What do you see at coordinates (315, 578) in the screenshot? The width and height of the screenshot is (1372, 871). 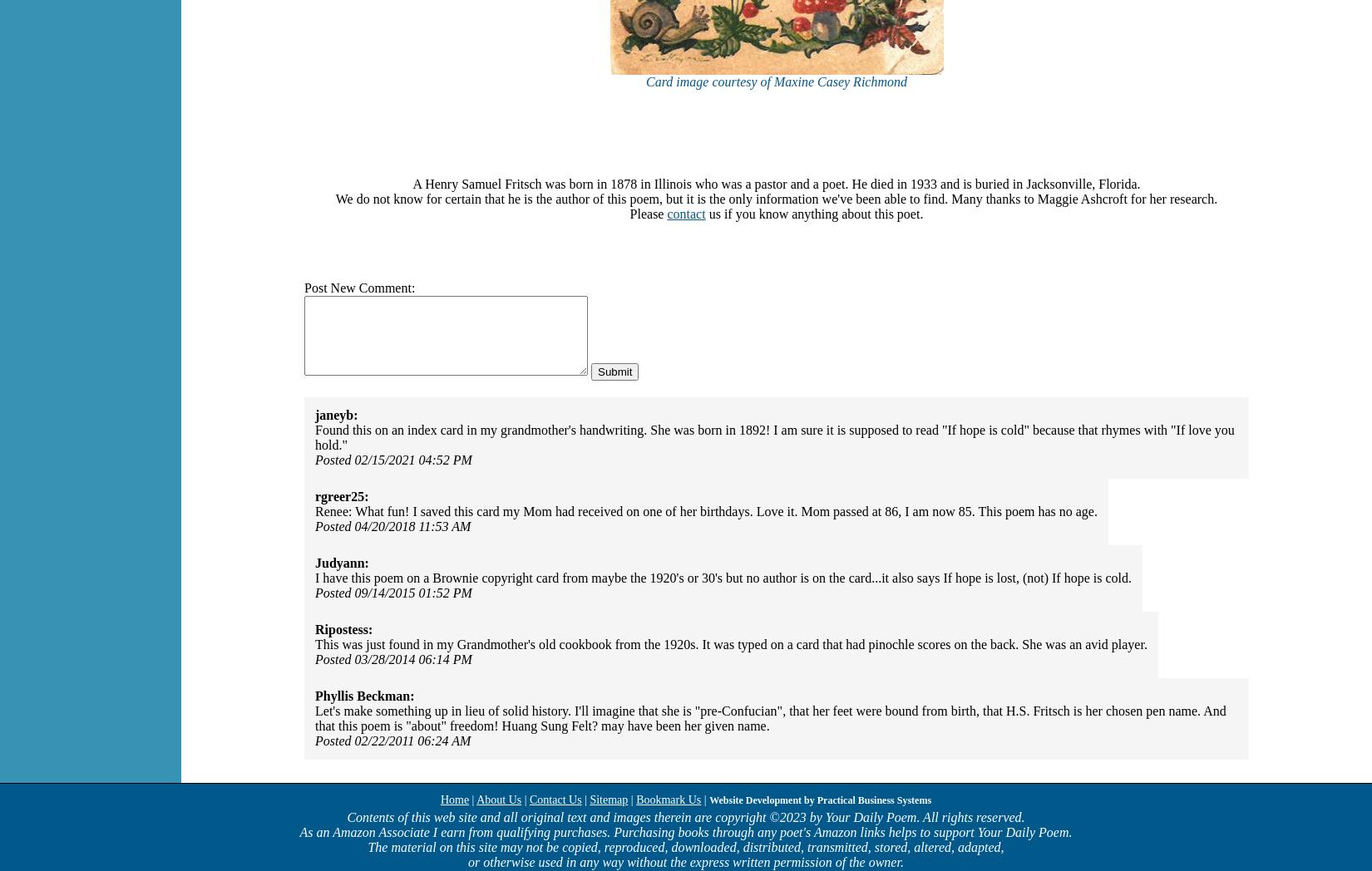 I see `'I have this poem on a Brownie copyright card from maybe the 1920's or 30's but no author is on the card...it also says If hope is lost, (not) If hope is cold.'` at bounding box center [315, 578].